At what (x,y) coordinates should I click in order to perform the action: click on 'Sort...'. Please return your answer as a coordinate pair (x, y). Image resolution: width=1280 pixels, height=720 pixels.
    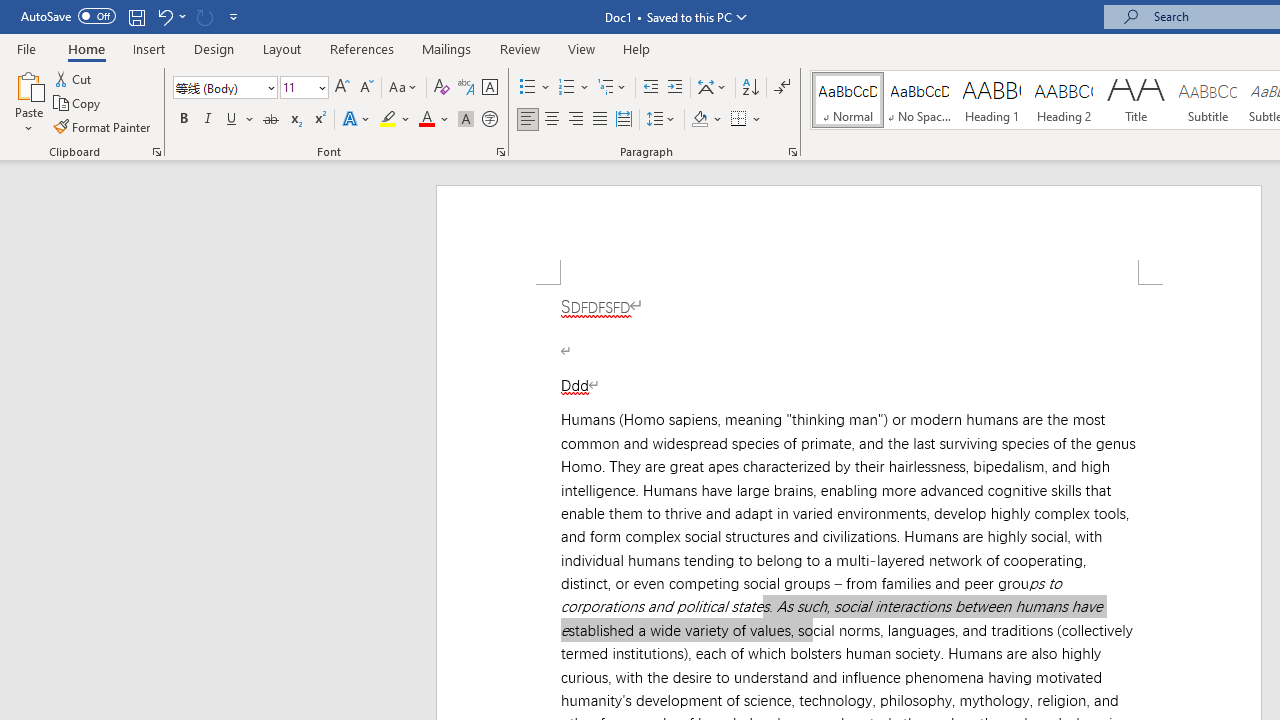
    Looking at the image, I should click on (749, 86).